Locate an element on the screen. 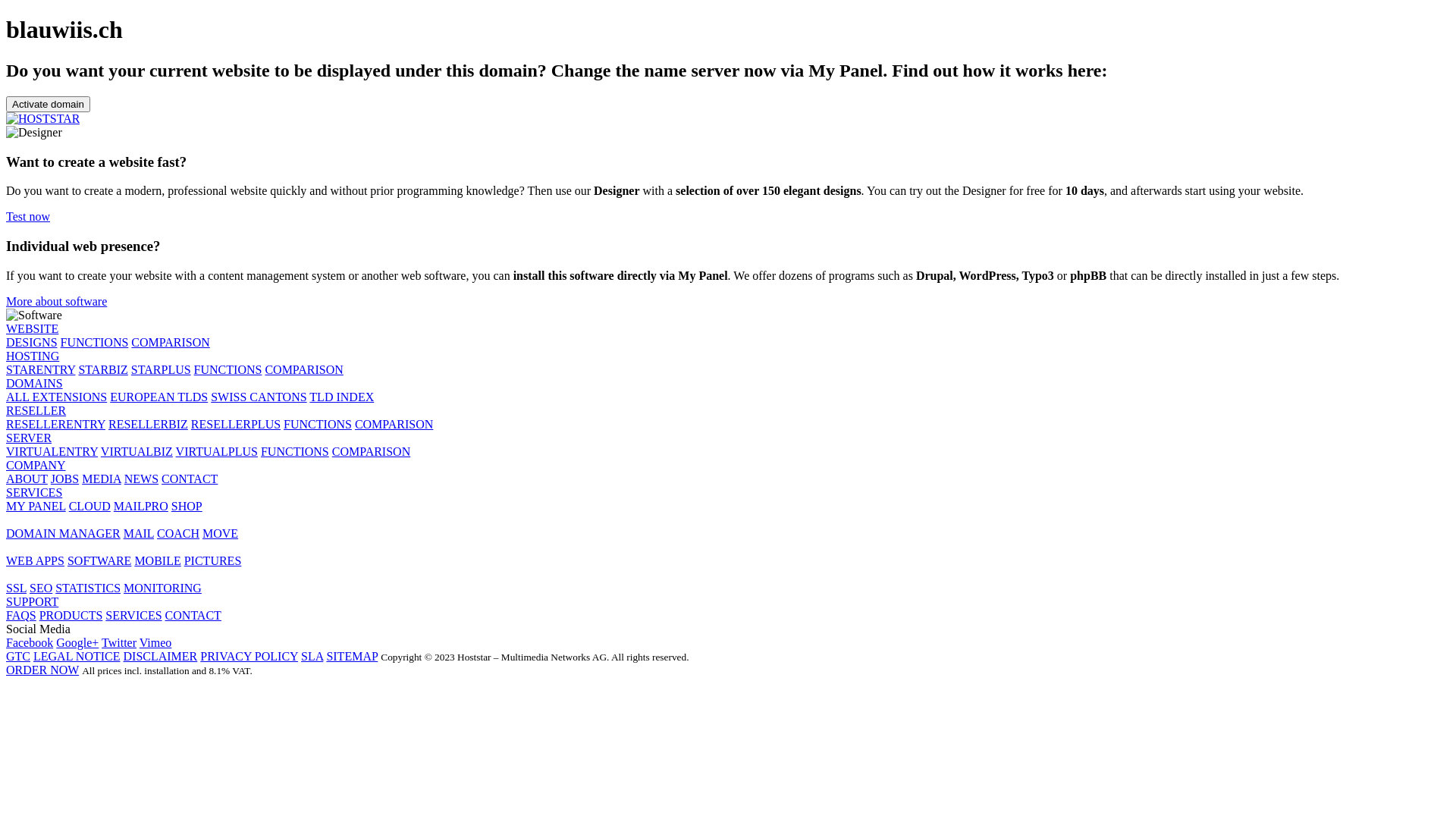 The height and width of the screenshot is (819, 1456). 'SERVICES' is located at coordinates (33, 492).